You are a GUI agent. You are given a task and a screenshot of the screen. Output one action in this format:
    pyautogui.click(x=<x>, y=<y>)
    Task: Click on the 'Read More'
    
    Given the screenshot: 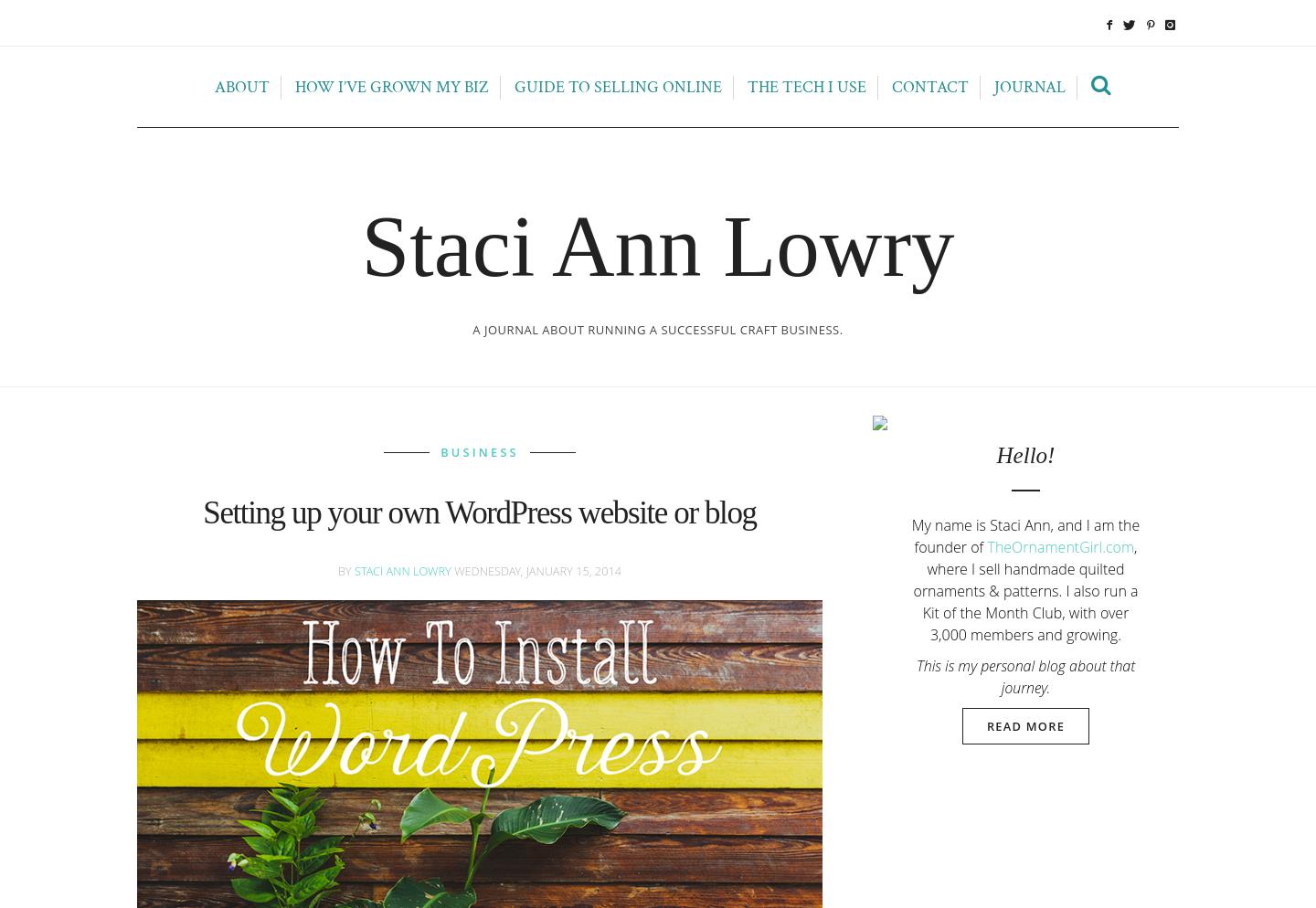 What is the action you would take?
    pyautogui.click(x=1024, y=725)
    